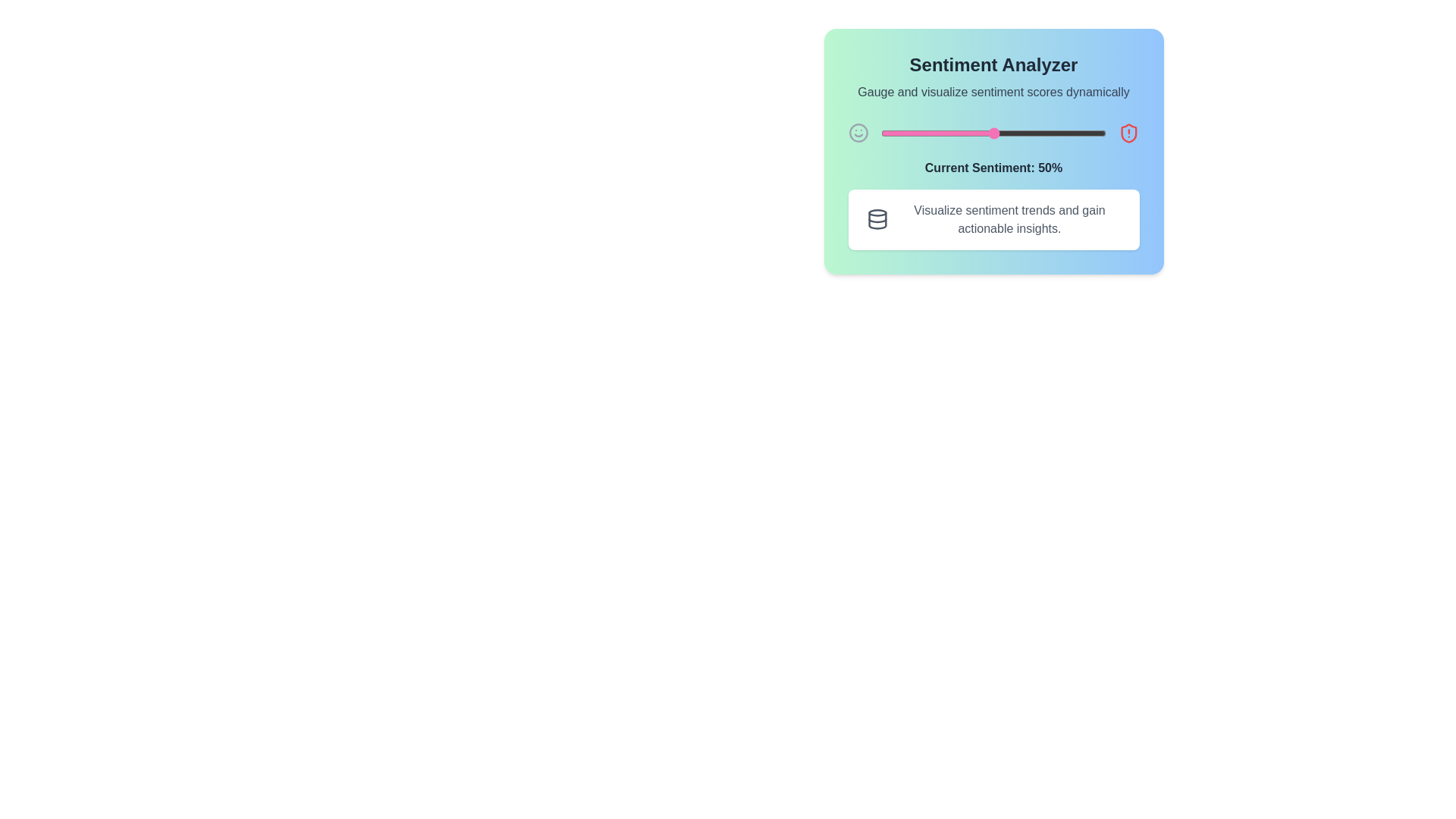 The width and height of the screenshot is (1456, 819). I want to click on the sentiment slider to set the sentiment value to 35, so click(959, 133).